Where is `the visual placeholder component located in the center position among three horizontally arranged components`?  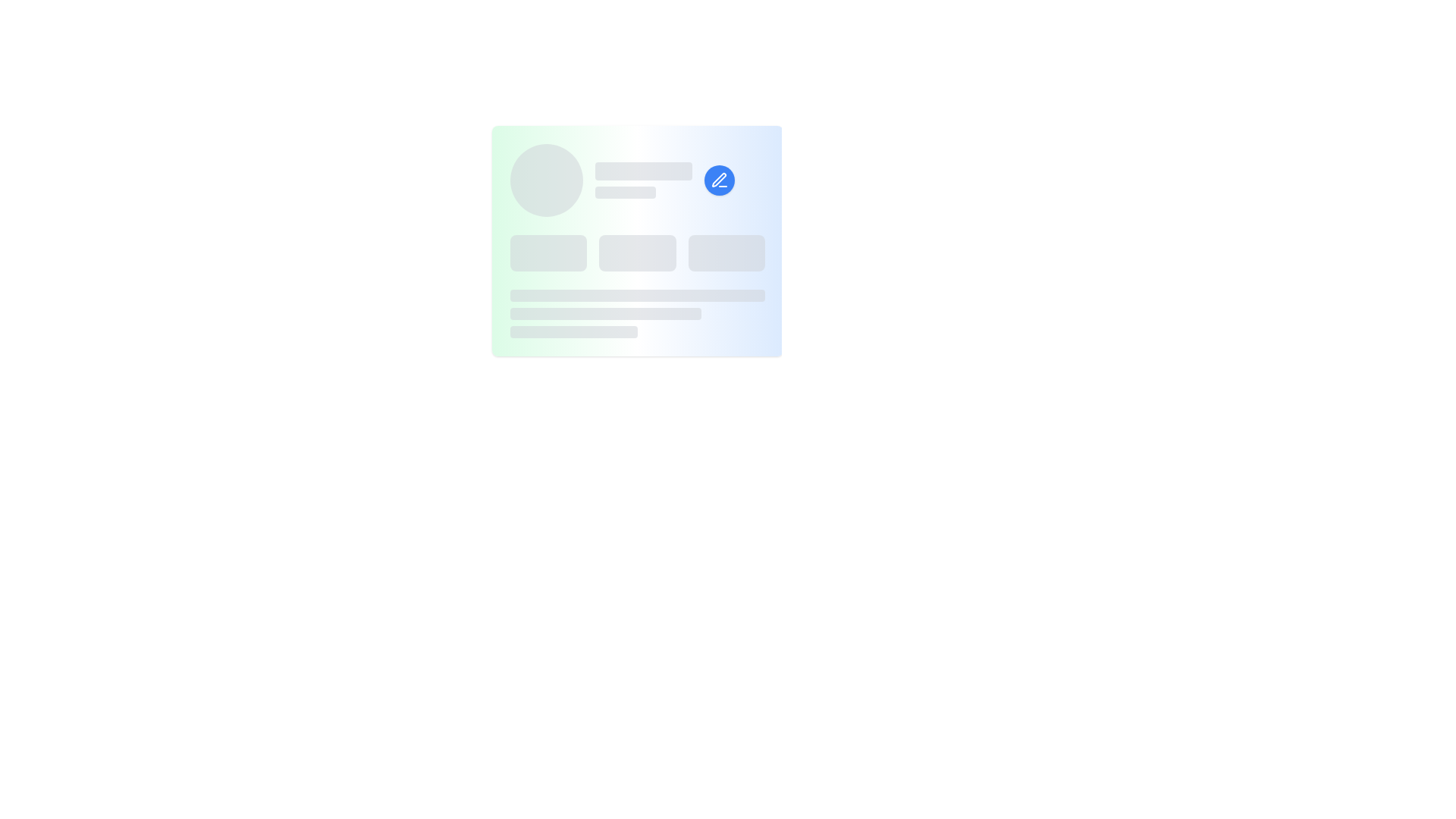 the visual placeholder component located in the center position among three horizontally arranged components is located at coordinates (637, 253).